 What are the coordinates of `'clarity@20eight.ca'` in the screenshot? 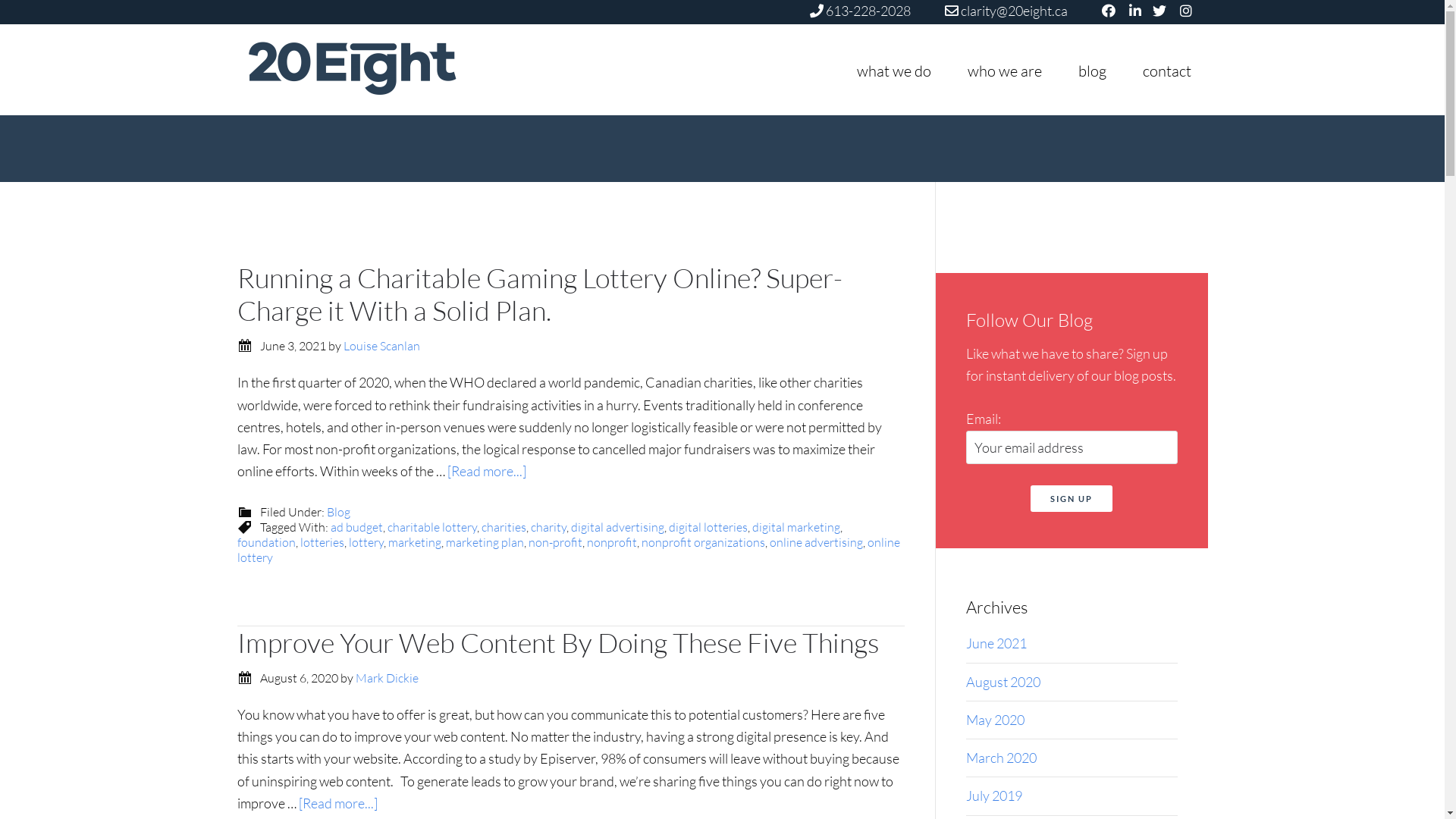 It's located at (1006, 11).